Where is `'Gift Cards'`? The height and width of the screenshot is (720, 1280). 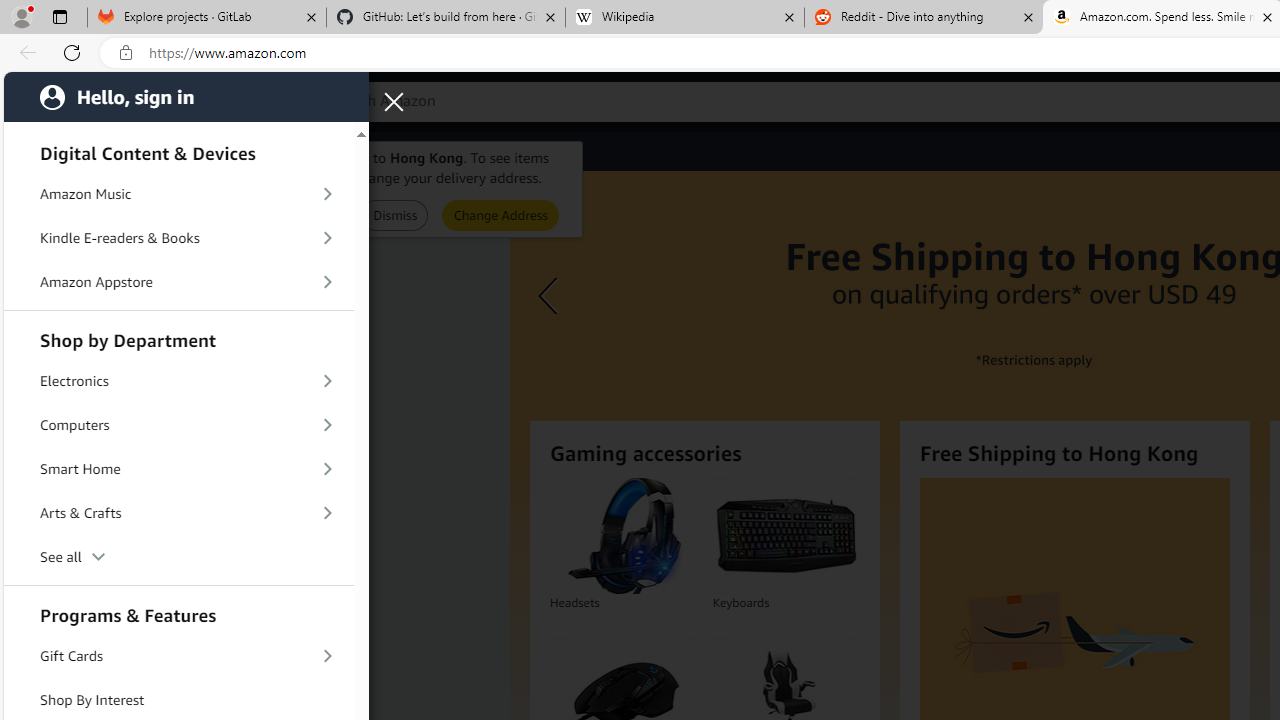
'Gift Cards' is located at coordinates (179, 657).